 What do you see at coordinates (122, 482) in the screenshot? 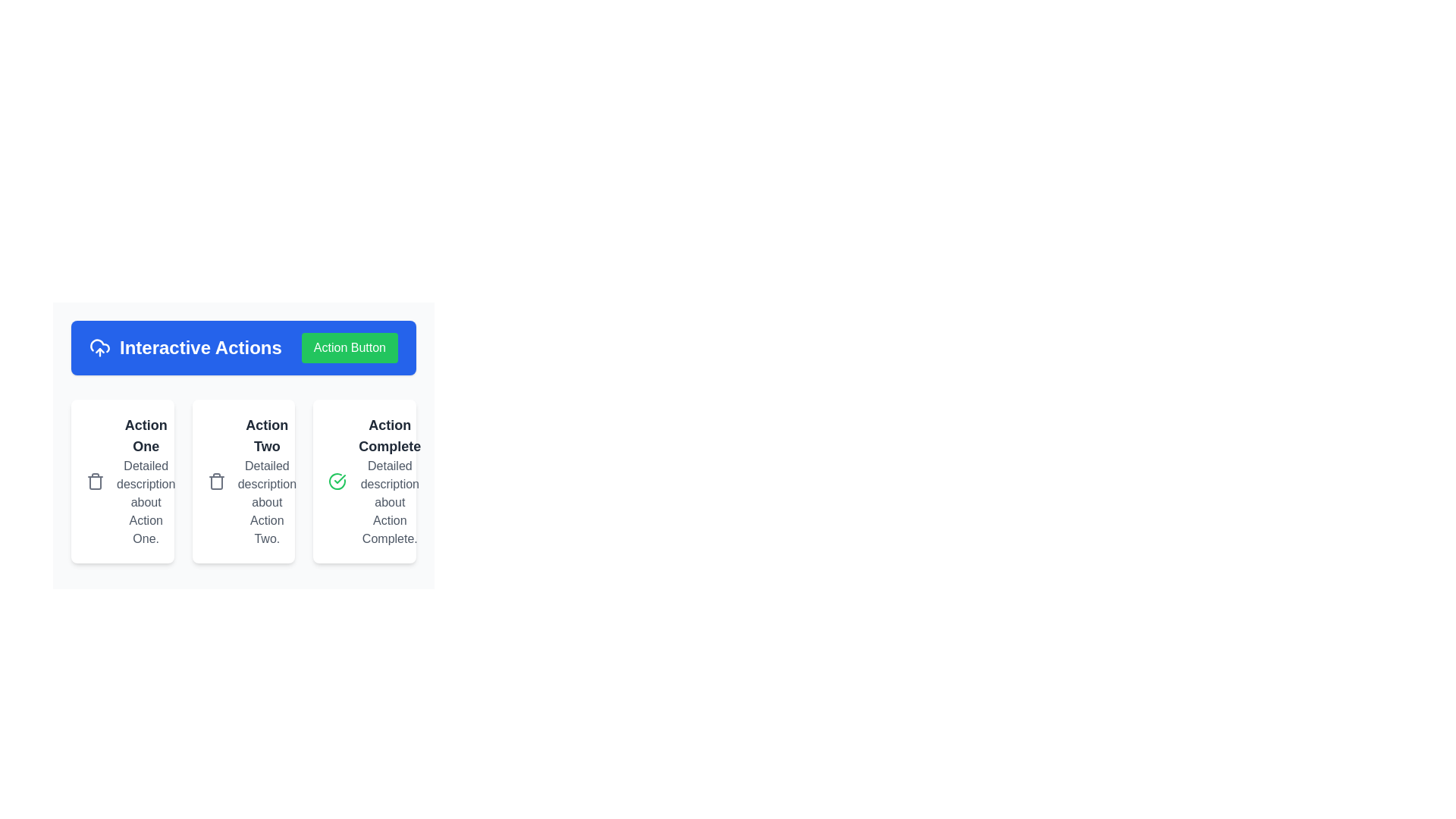
I see `the trash can icon inside the card titled 'Action One', which is the first card in a grid of three elements, located in the leftmost column below the blue header 'Interactive Actions'` at bounding box center [122, 482].